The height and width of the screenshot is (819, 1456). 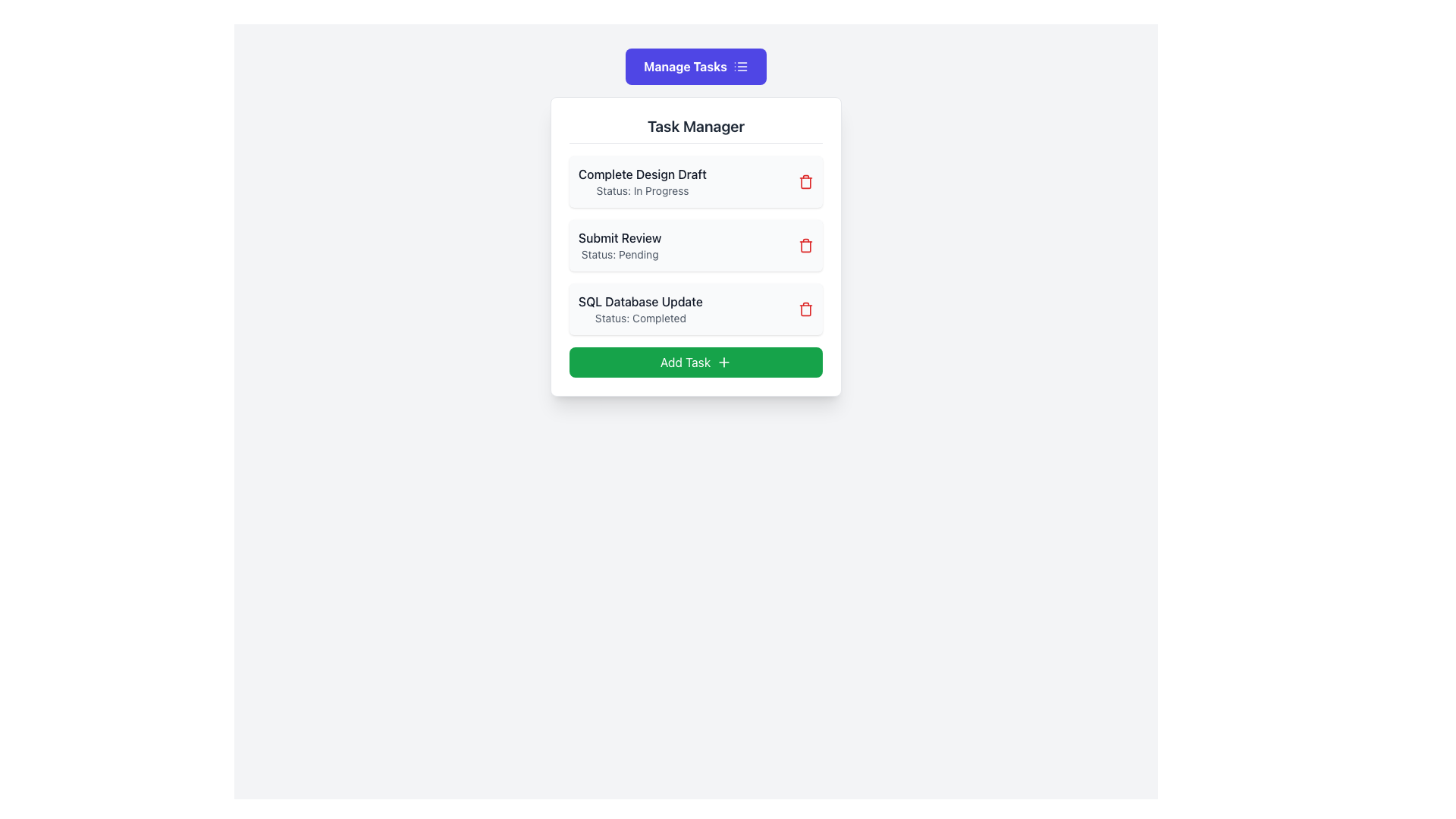 I want to click on the task management button located in the center-top area of the interface above the 'Task Manager' card, so click(x=695, y=66).